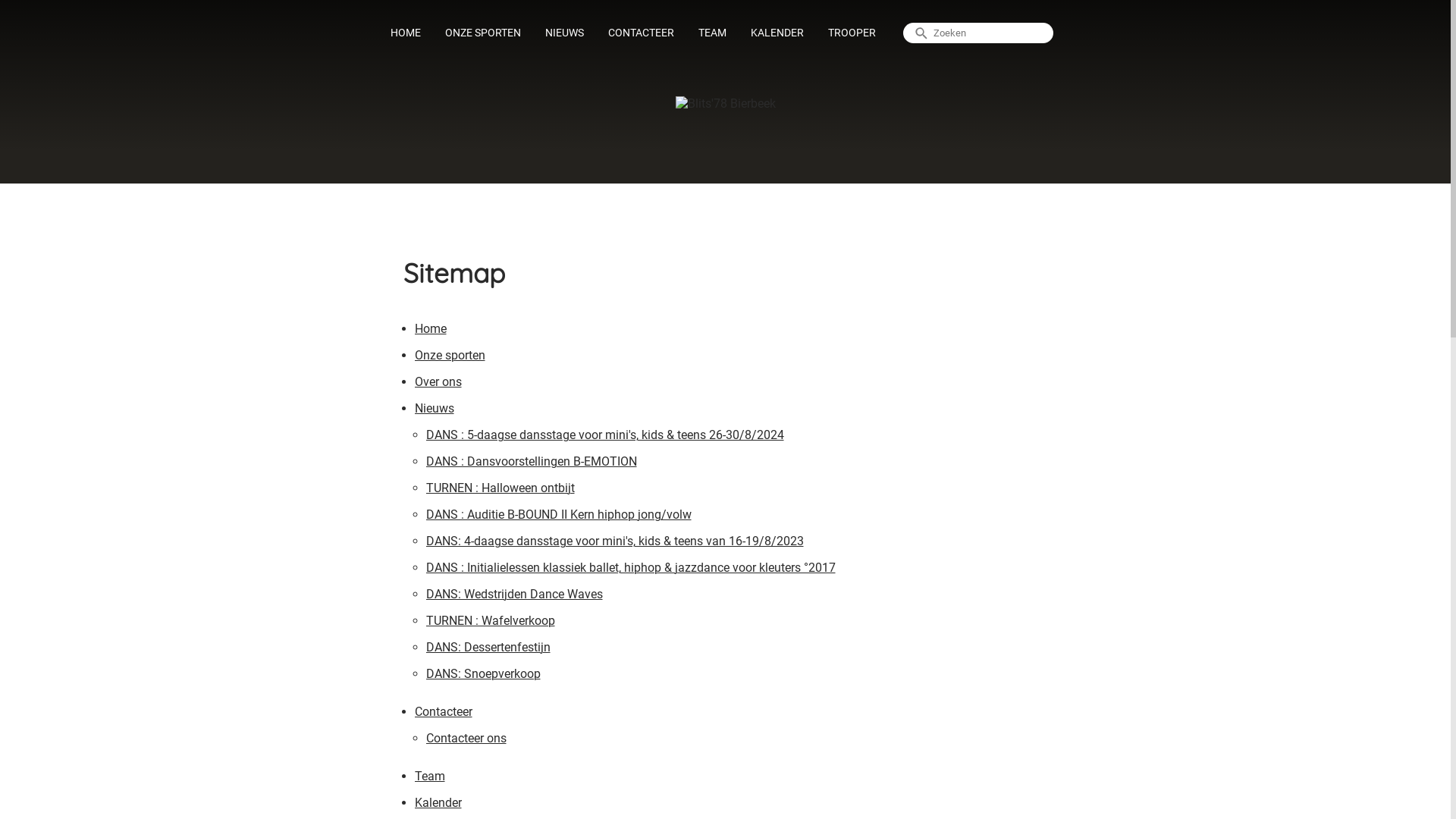 The width and height of the screenshot is (1456, 819). I want to click on 'Onze sporten', so click(448, 357).